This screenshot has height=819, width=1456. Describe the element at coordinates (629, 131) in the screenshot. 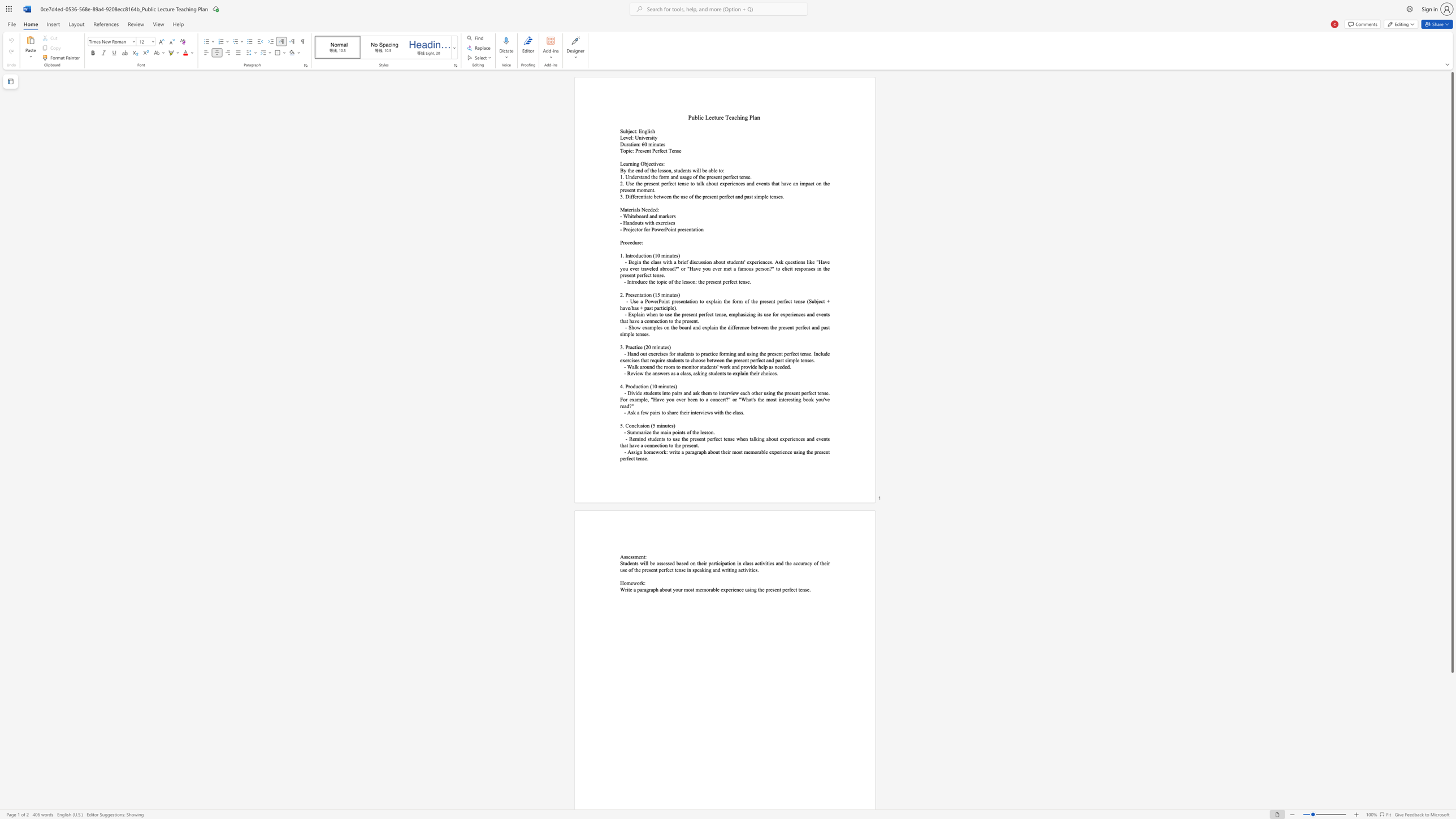

I see `the 1th character "j" in the text` at that location.